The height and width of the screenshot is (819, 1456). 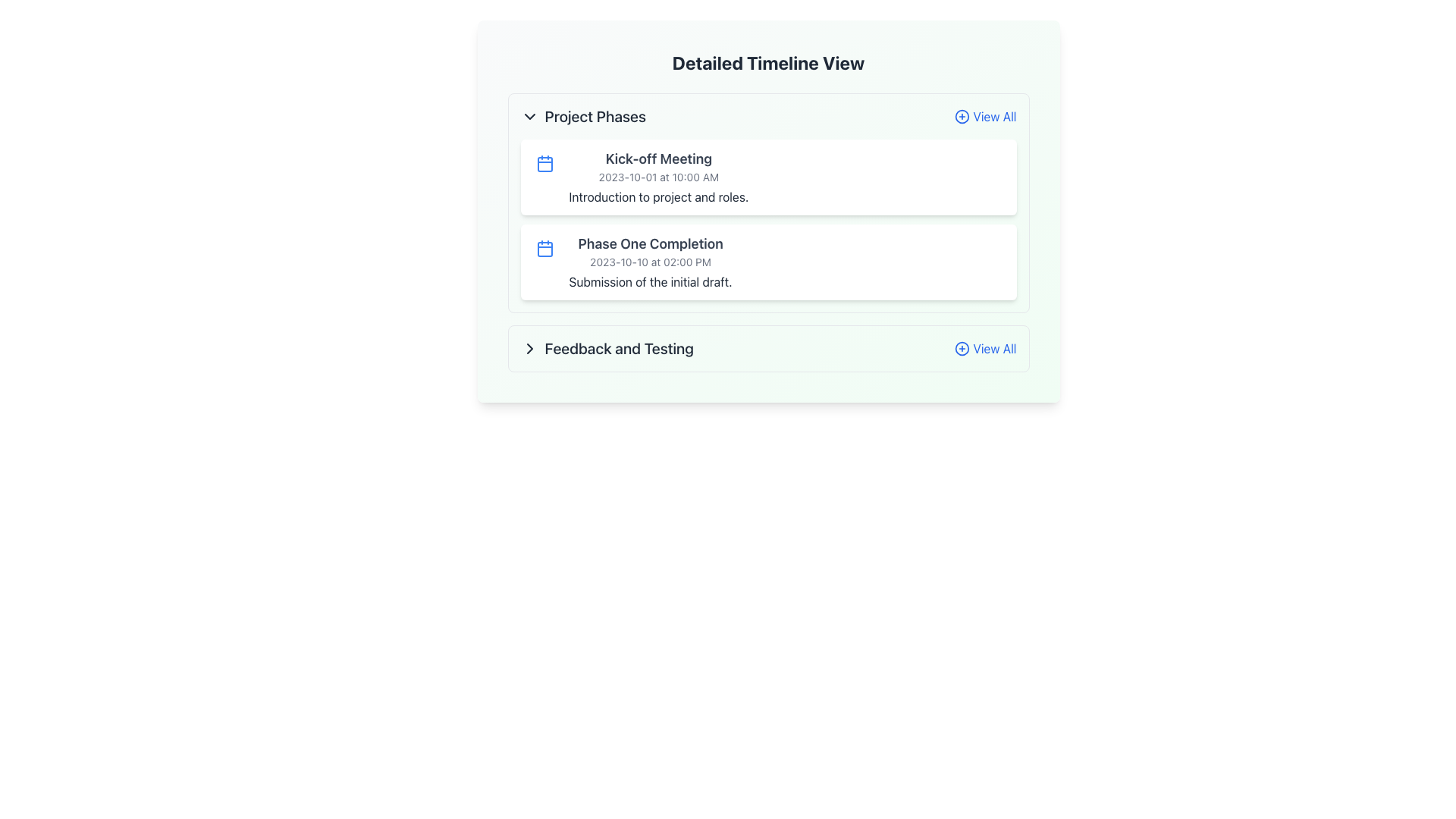 I want to click on contents of the static informational block labeled 'Phase One Completion', which includes the date '2023-10-10 at 02:00 PM' and details about 'Submission of the initial draft', so click(x=651, y=262).